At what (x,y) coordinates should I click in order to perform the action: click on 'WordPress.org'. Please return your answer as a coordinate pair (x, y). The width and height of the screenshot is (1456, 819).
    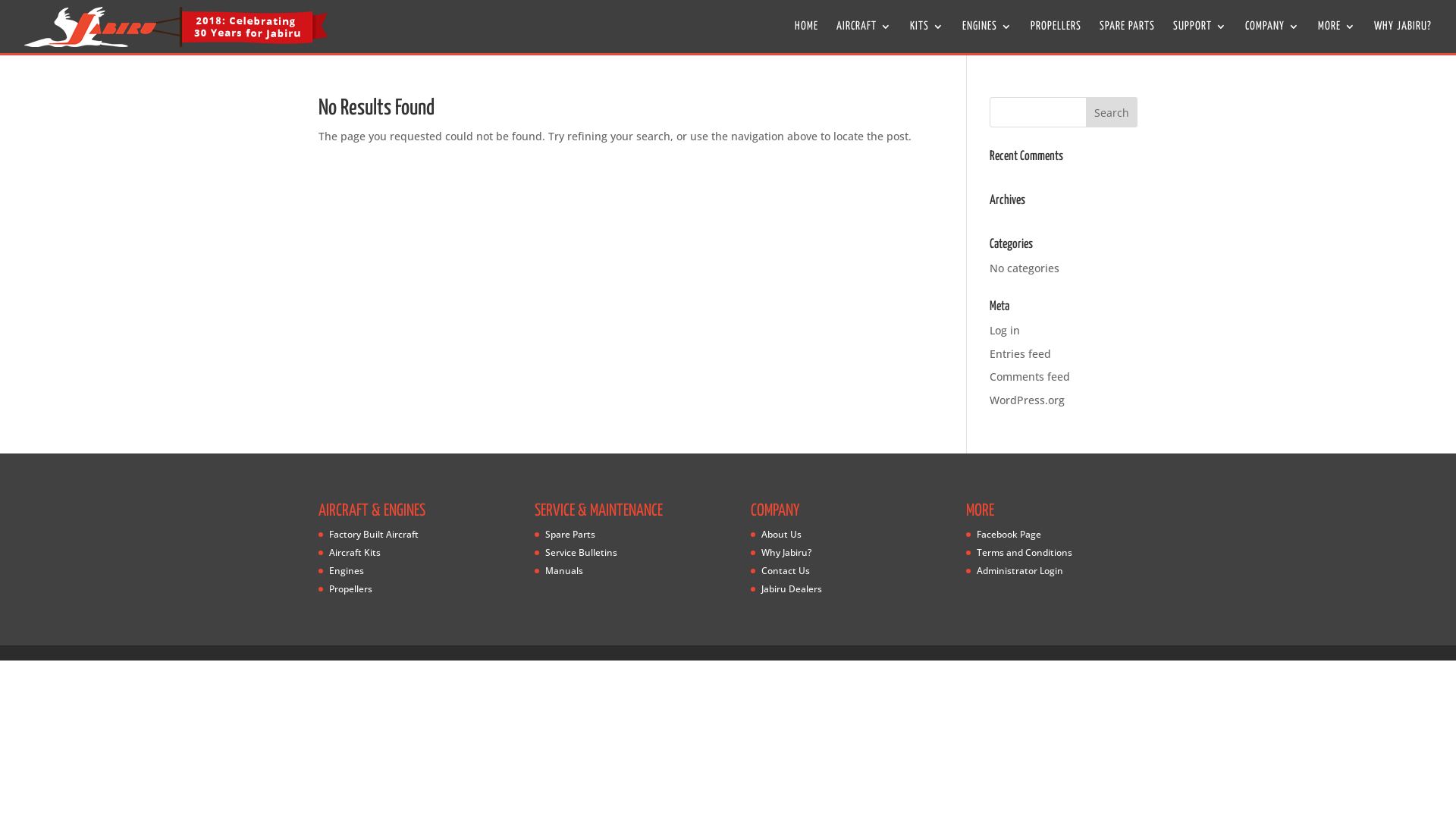
    Looking at the image, I should click on (1027, 399).